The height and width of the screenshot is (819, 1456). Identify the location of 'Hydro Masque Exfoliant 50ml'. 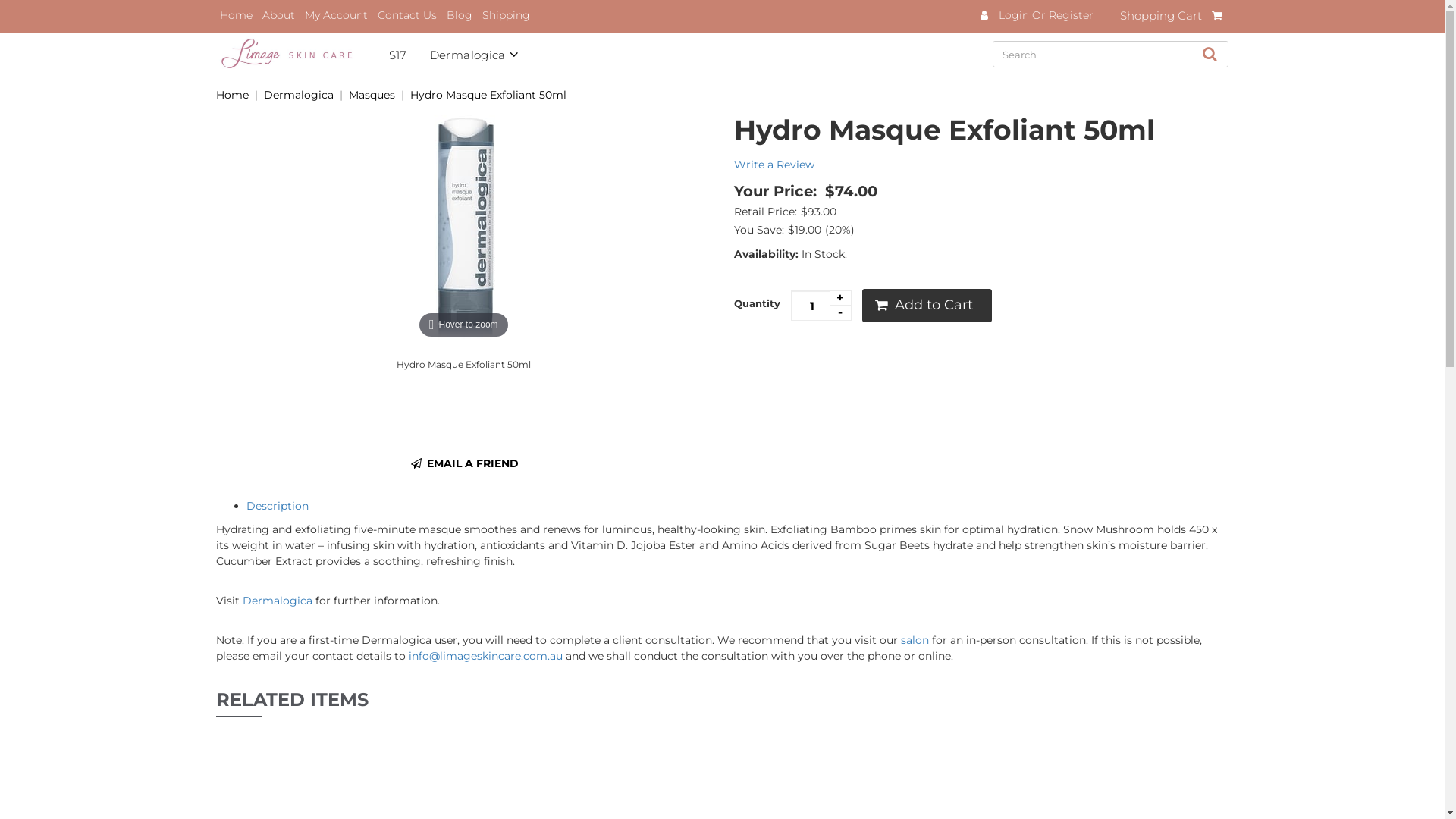
(488, 94).